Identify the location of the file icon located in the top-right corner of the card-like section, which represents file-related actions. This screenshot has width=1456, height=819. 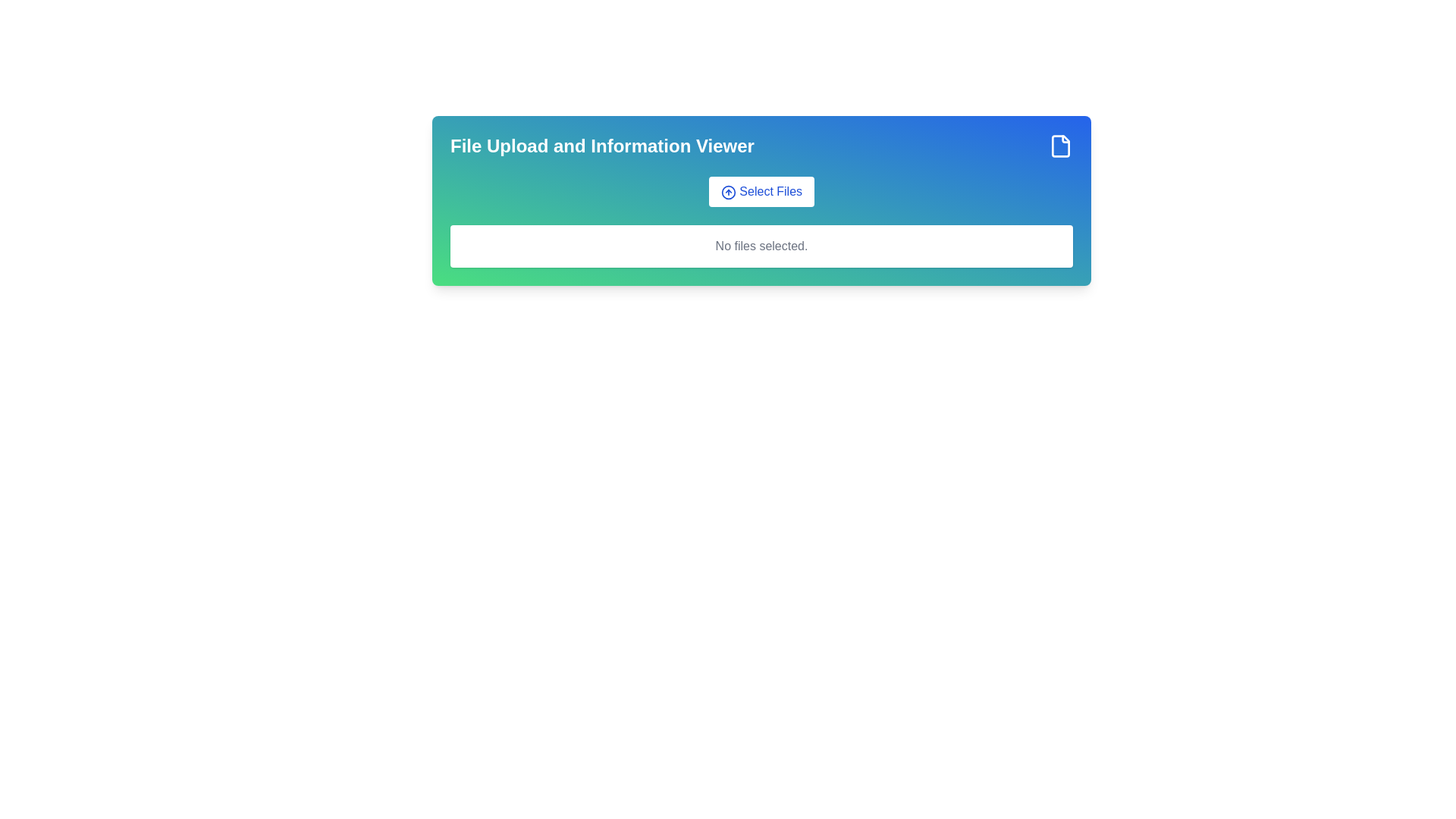
(1059, 146).